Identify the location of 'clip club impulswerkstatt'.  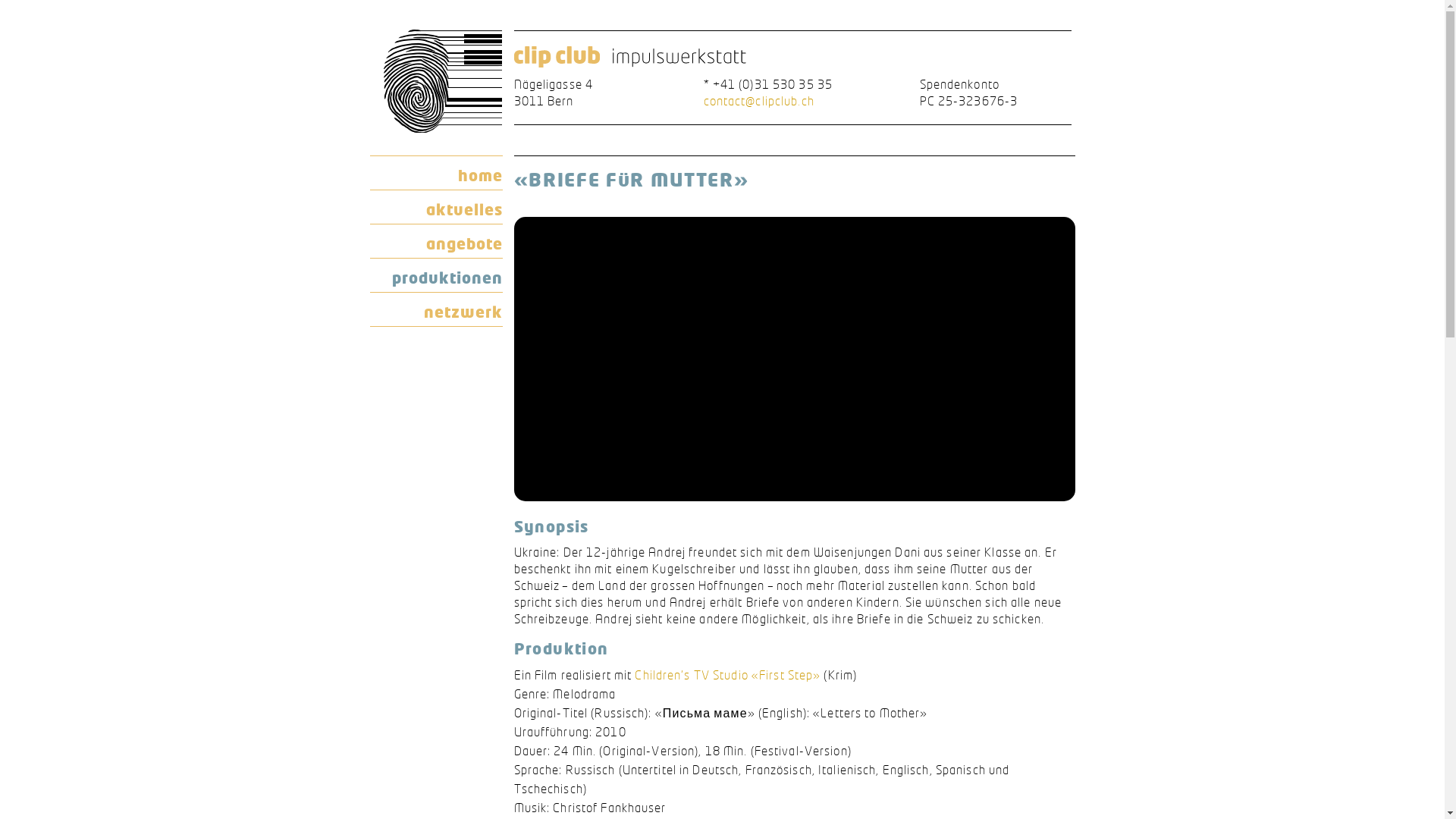
(629, 56).